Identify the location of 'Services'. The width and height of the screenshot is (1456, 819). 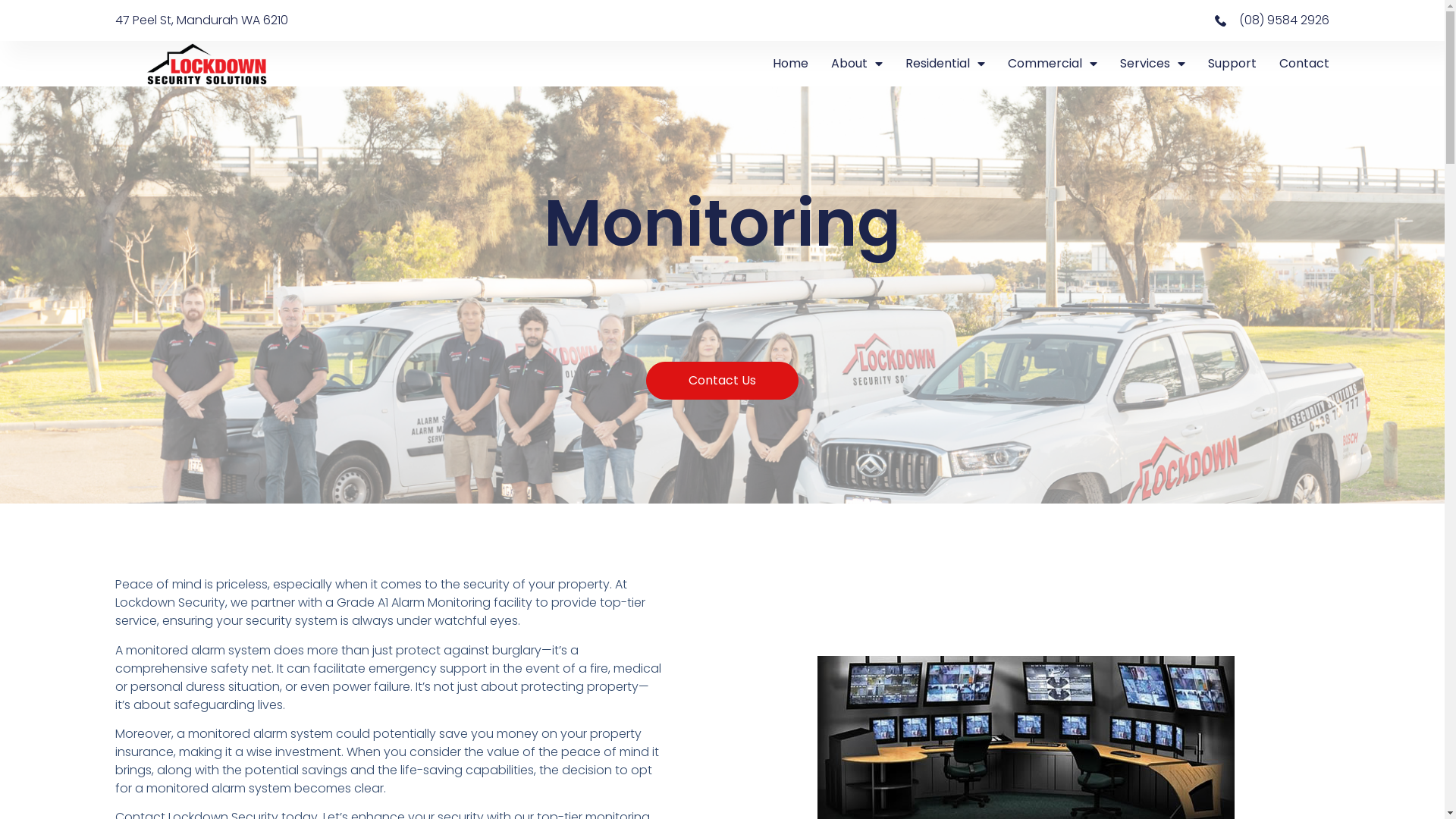
(1153, 63).